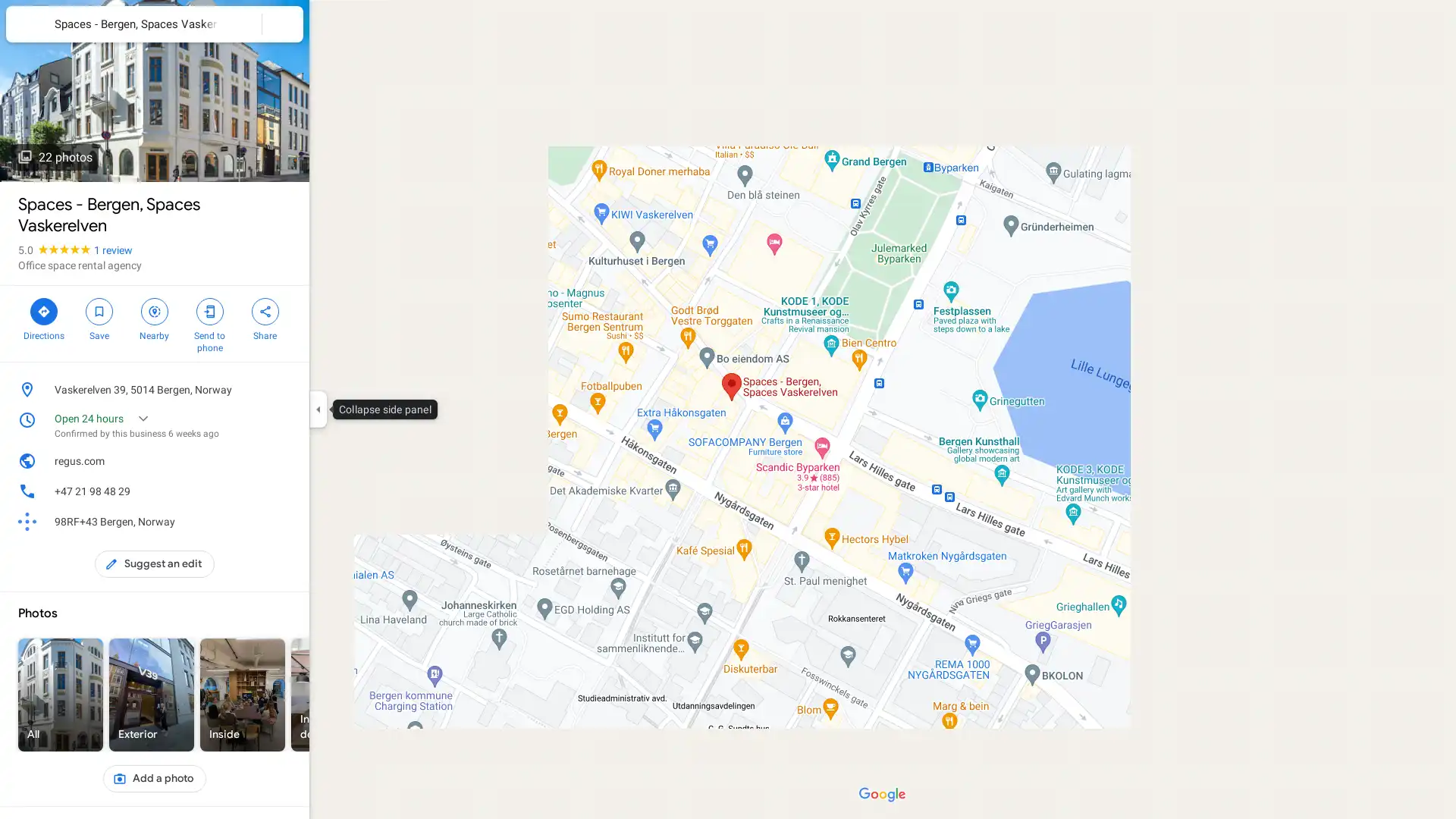  Describe the element at coordinates (209, 323) in the screenshot. I see `Send Spaces - Bergen, Spaces Vaskerelven to your phone` at that location.